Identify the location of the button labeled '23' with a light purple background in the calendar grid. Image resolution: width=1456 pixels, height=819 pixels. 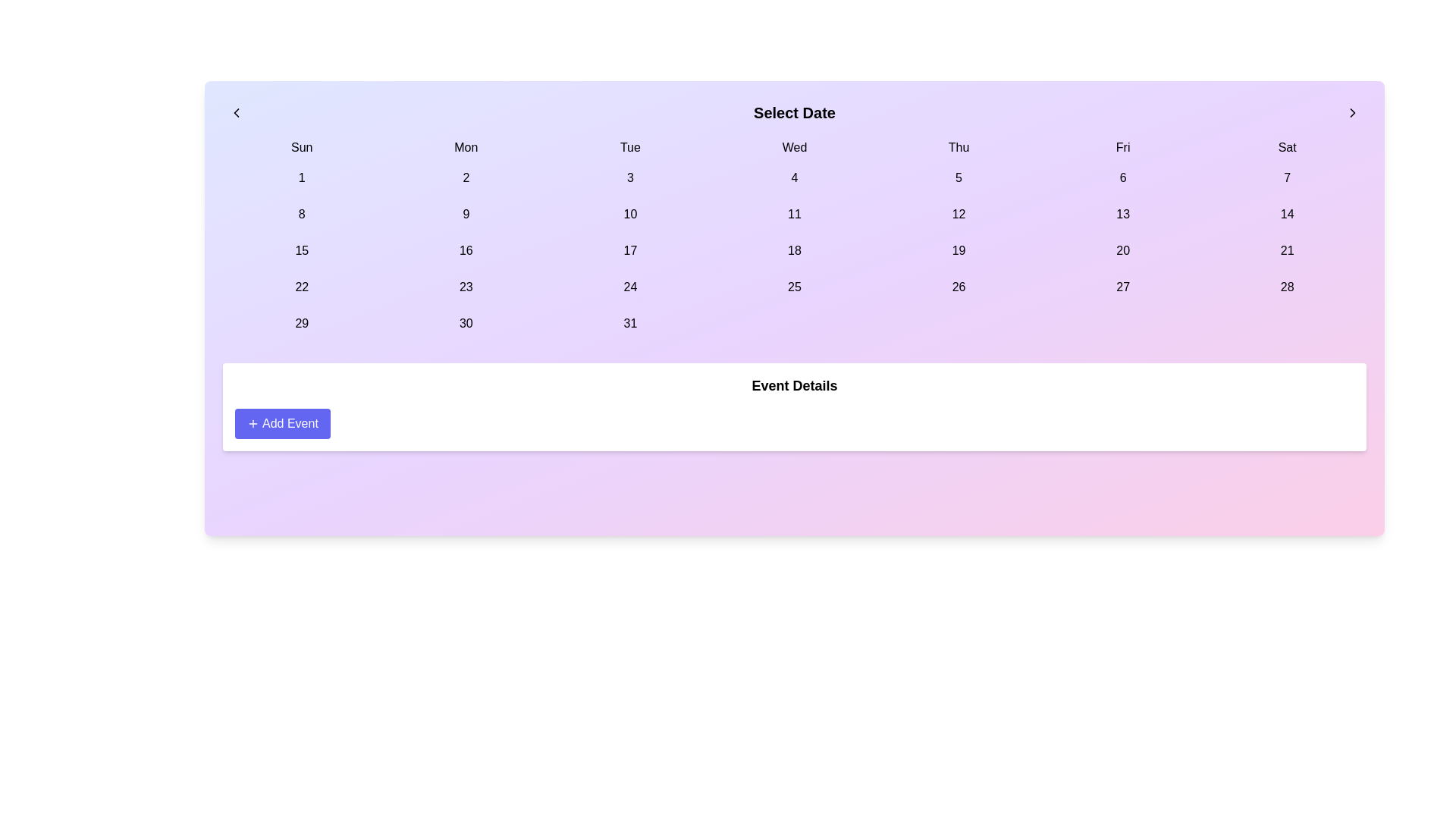
(465, 287).